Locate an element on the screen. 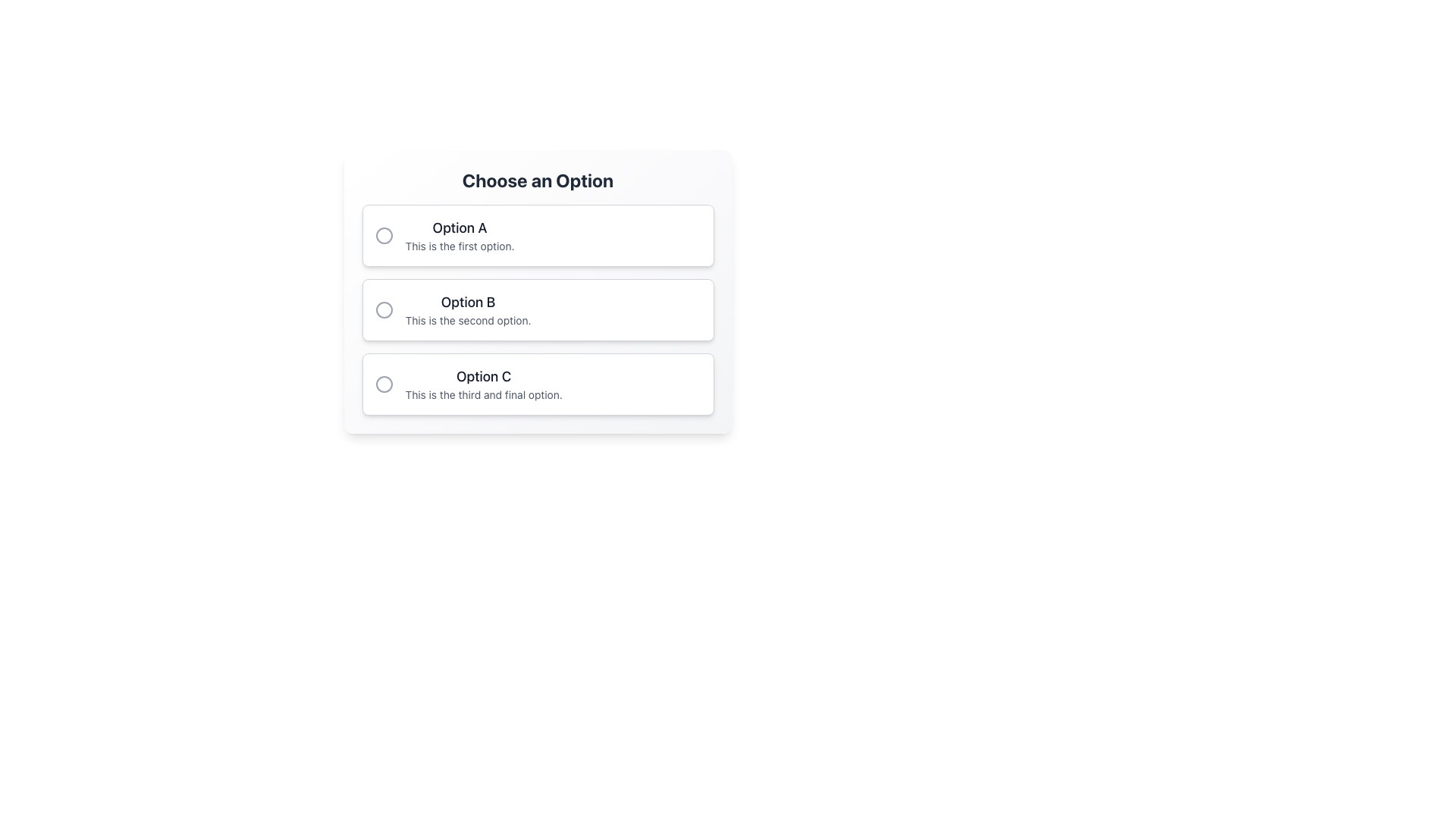  the static text label displaying 'Option A', which is part of the first option item in a vertical list of options is located at coordinates (459, 227).